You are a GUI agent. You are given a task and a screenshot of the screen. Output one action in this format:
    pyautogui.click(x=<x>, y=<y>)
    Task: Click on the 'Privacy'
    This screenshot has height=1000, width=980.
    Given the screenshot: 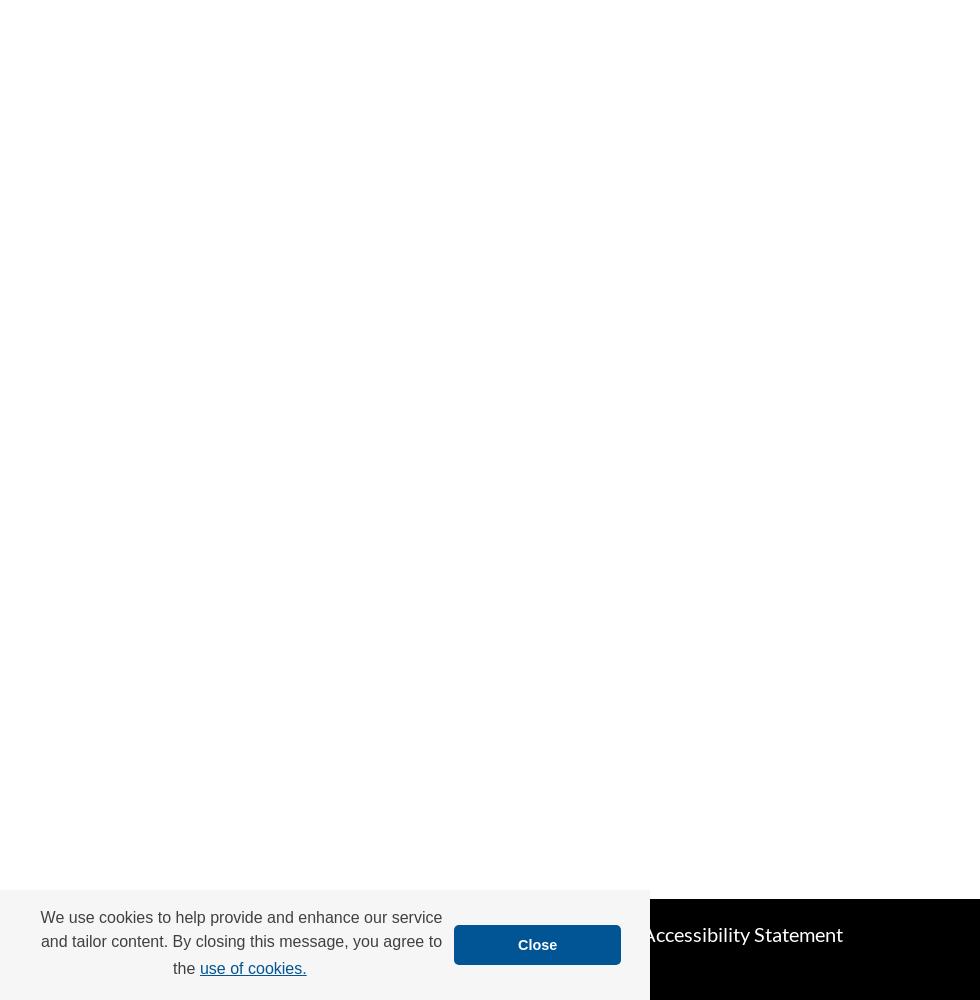 What is the action you would take?
    pyautogui.click(x=297, y=974)
    